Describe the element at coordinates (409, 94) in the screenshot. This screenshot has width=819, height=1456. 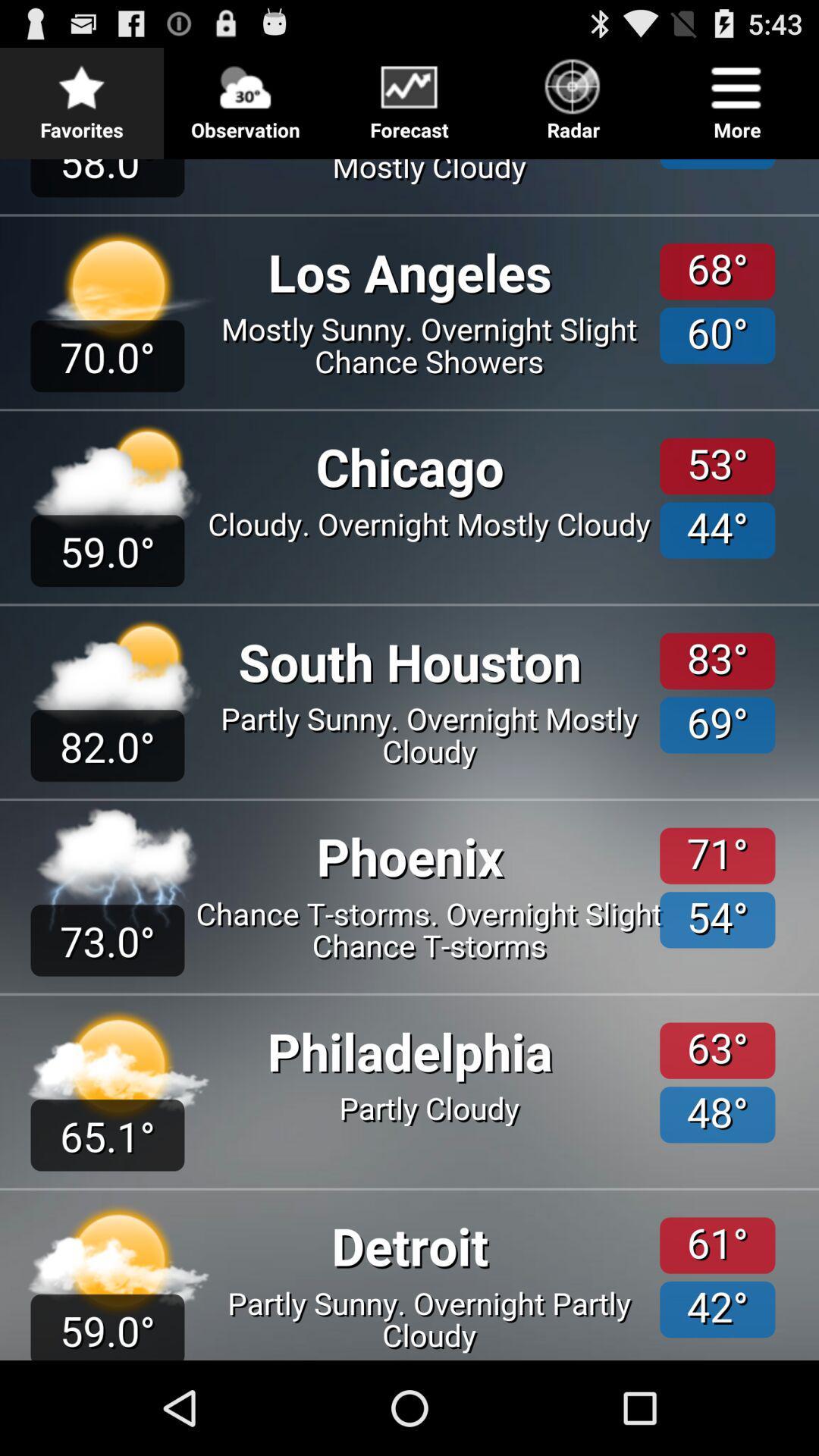
I see `the forecast item` at that location.